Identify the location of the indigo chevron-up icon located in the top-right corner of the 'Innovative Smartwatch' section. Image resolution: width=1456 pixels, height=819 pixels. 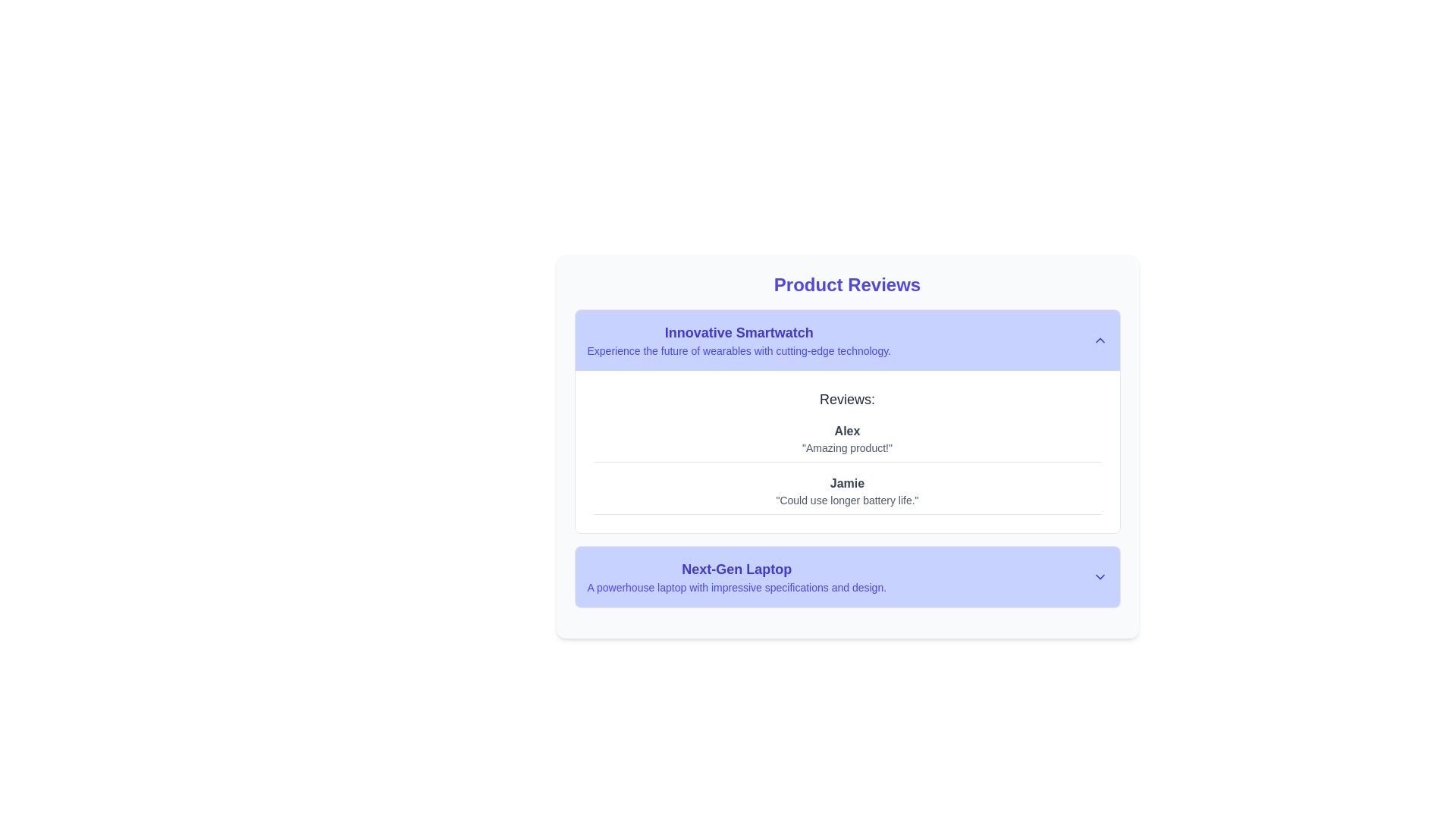
(1100, 339).